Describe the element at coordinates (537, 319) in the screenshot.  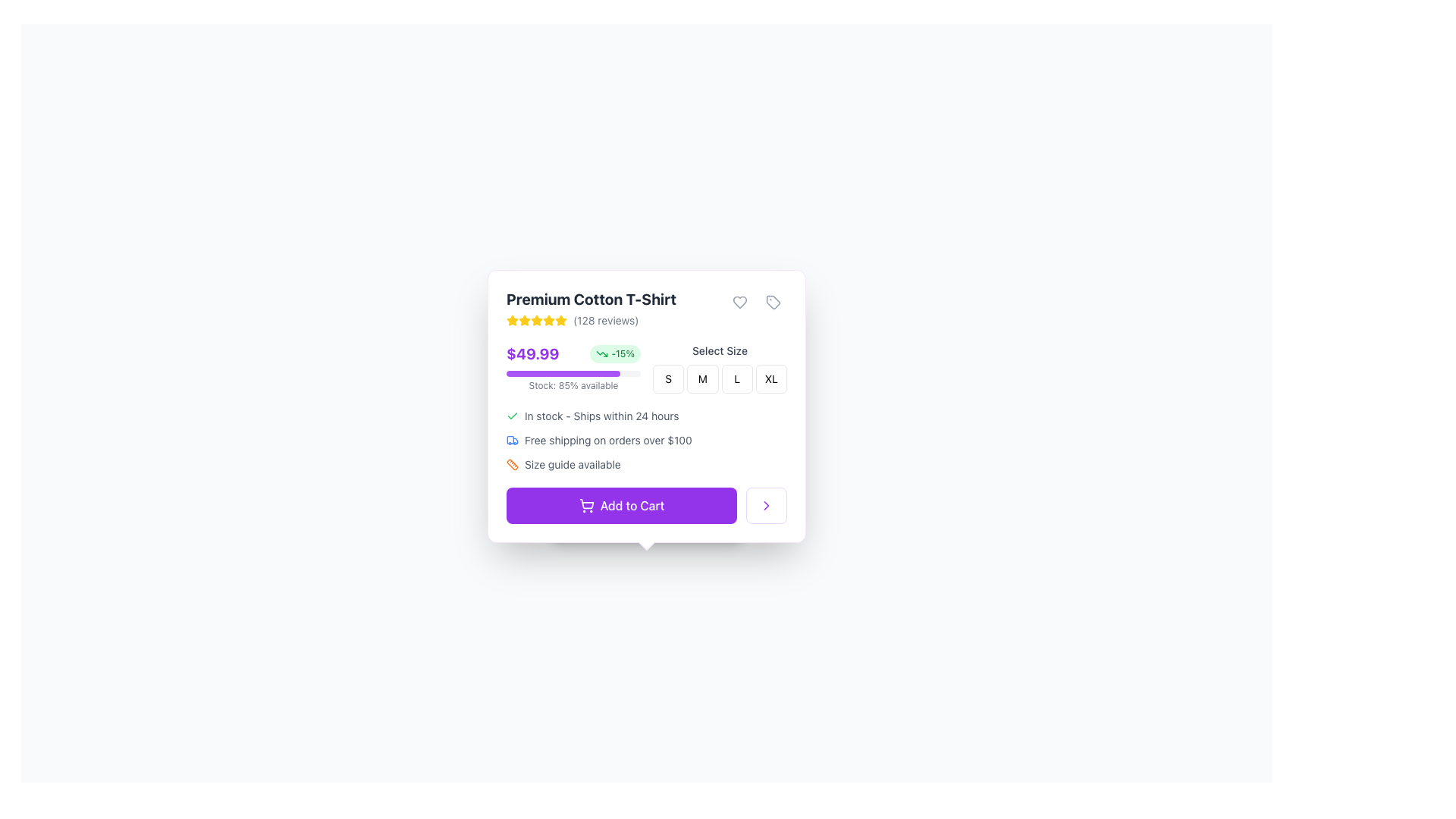
I see `the fourth yellow star icon in the product rating component, which is located near the top left of the product detail card` at that location.